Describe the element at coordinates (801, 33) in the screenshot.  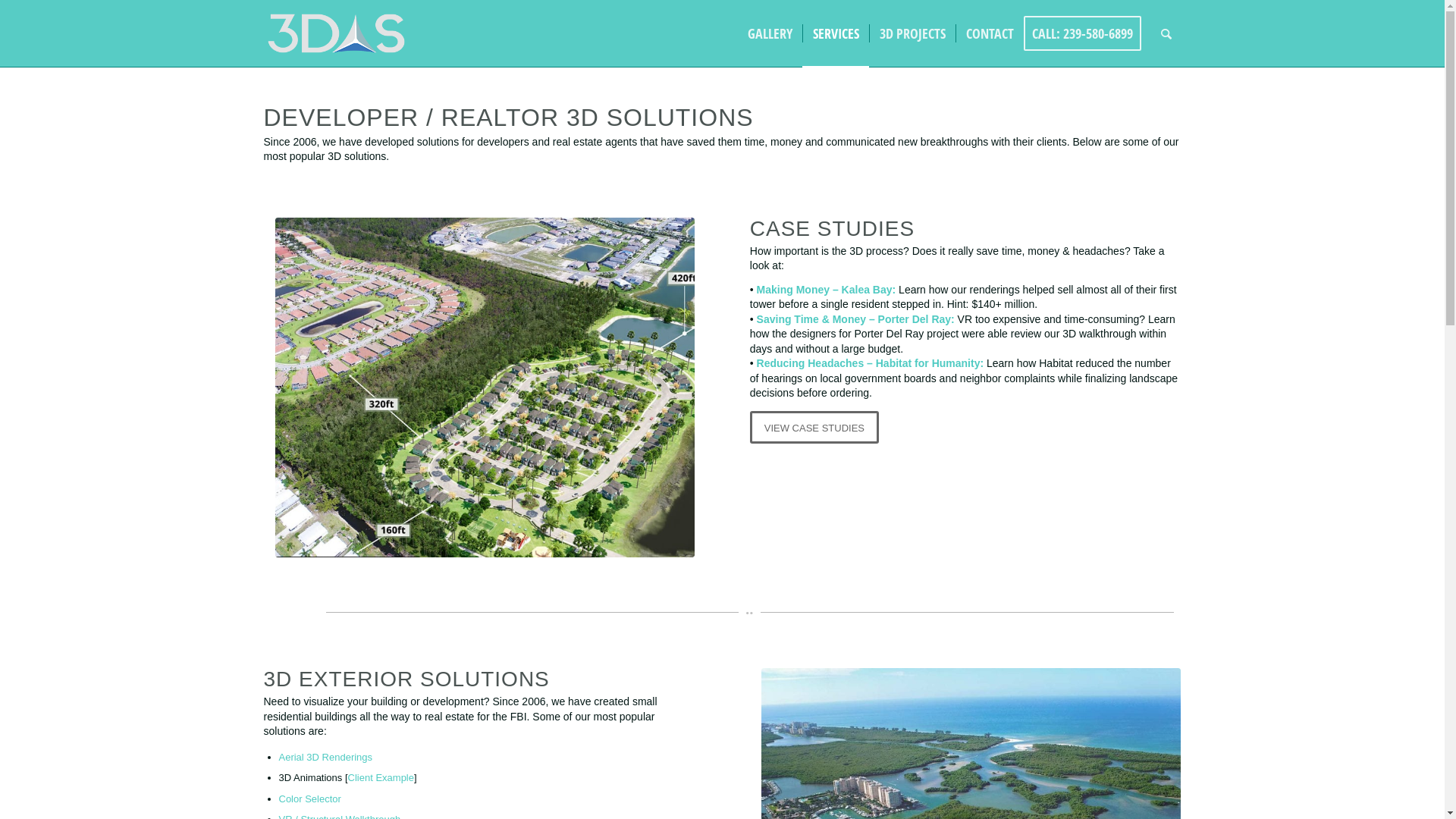
I see `'SERVICES'` at that location.